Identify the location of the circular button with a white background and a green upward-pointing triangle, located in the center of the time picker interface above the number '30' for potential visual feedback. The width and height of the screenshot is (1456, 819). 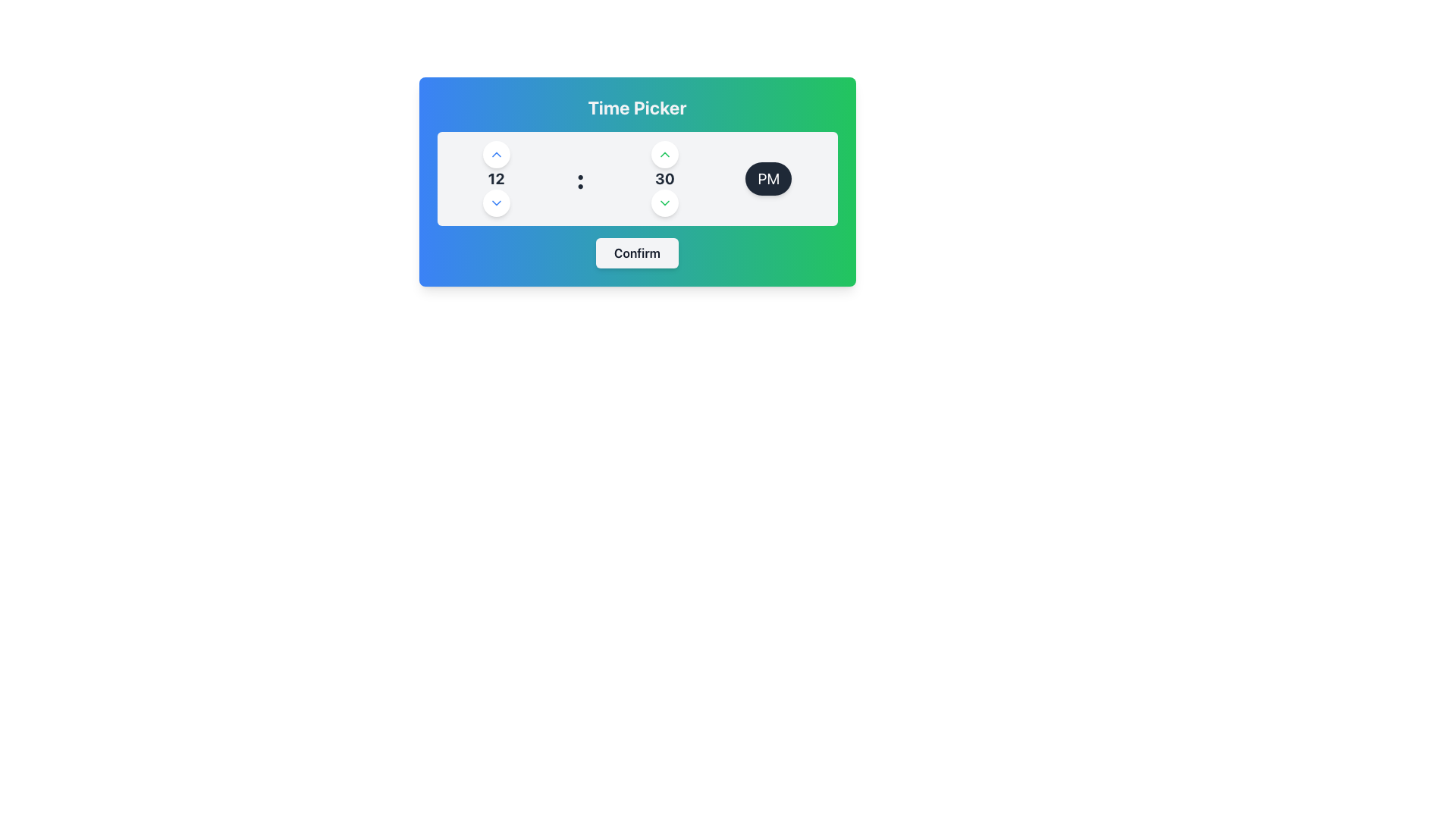
(665, 155).